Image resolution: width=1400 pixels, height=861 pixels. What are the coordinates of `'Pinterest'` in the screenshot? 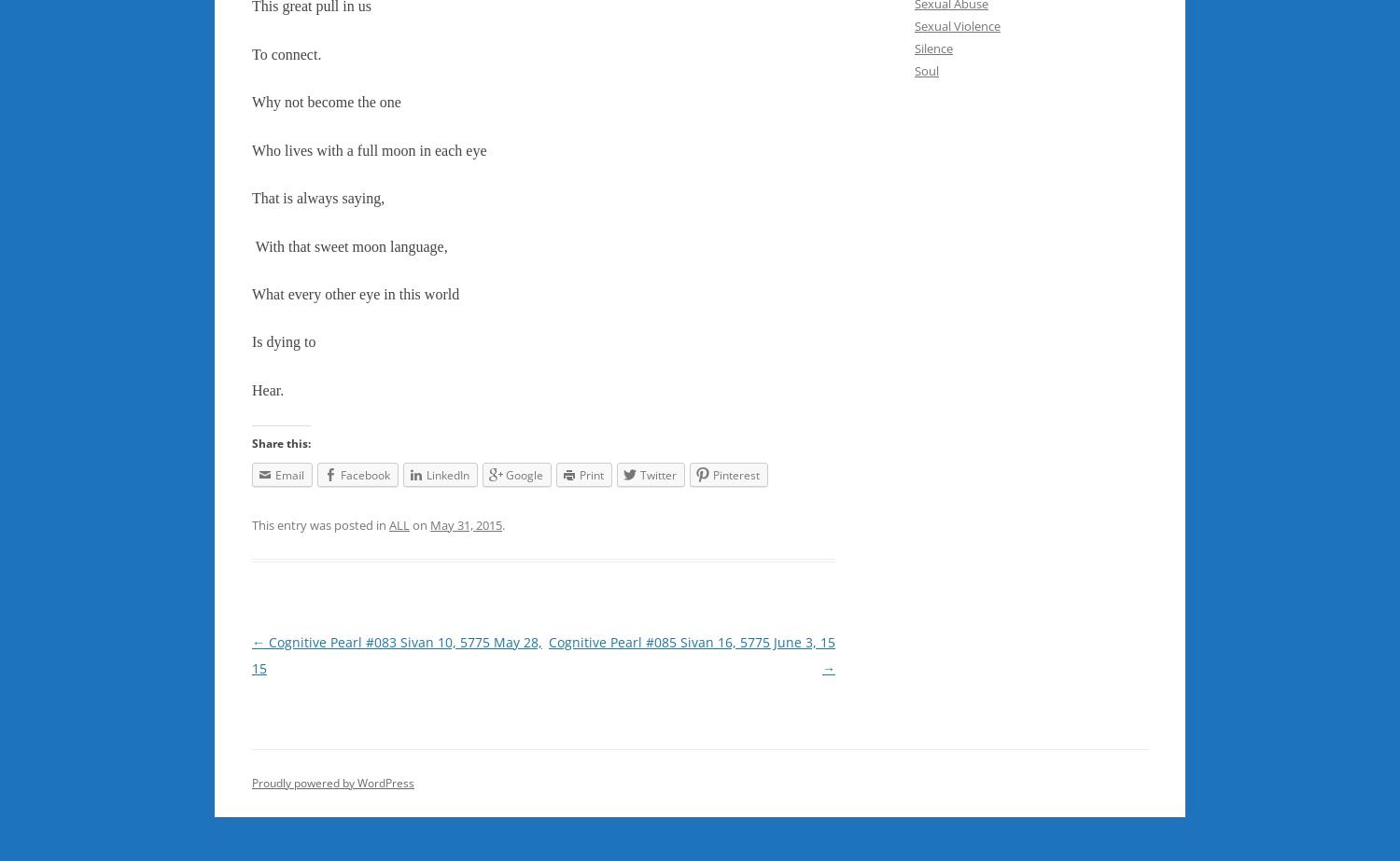 It's located at (736, 473).